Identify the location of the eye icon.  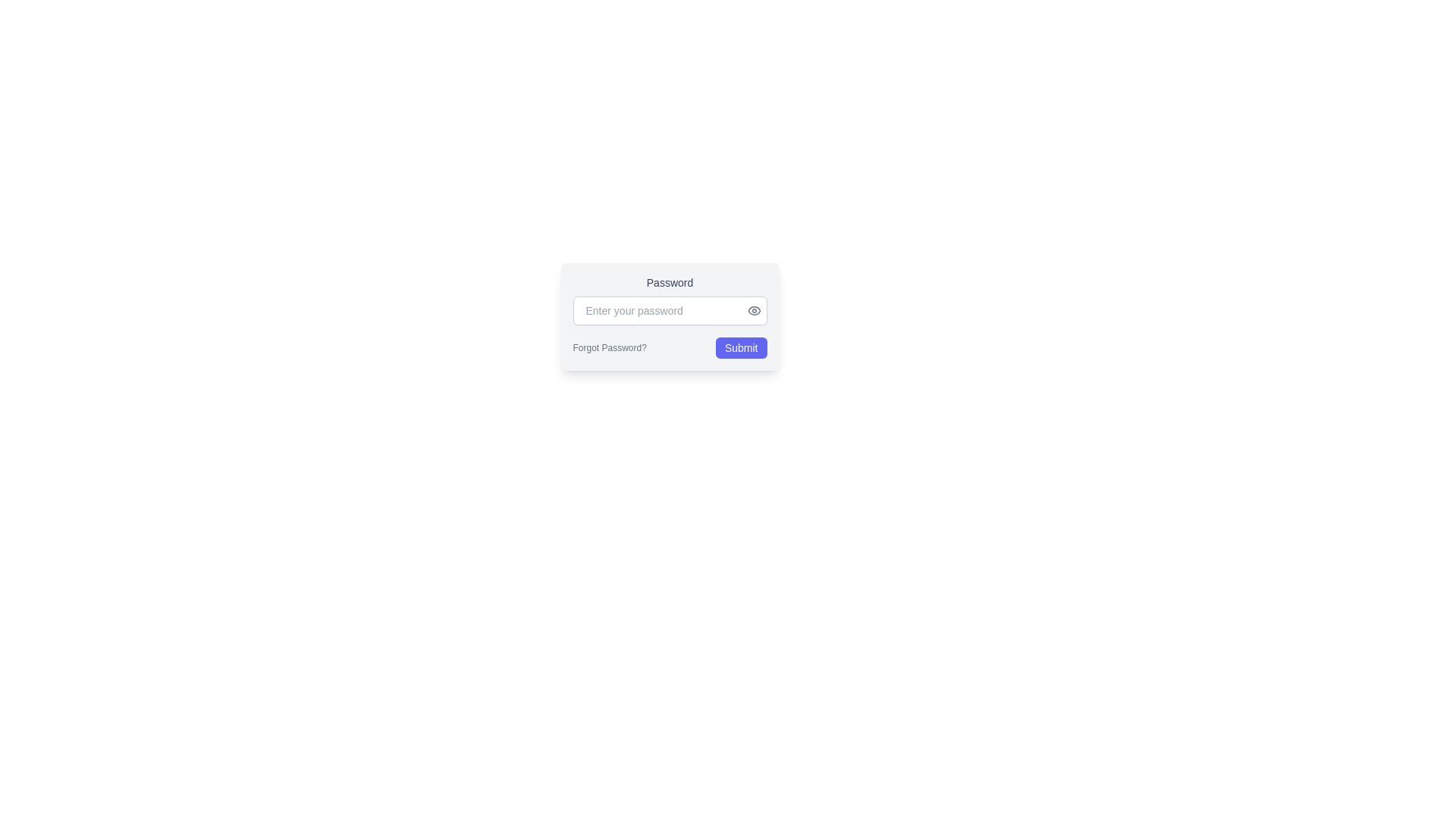
(754, 309).